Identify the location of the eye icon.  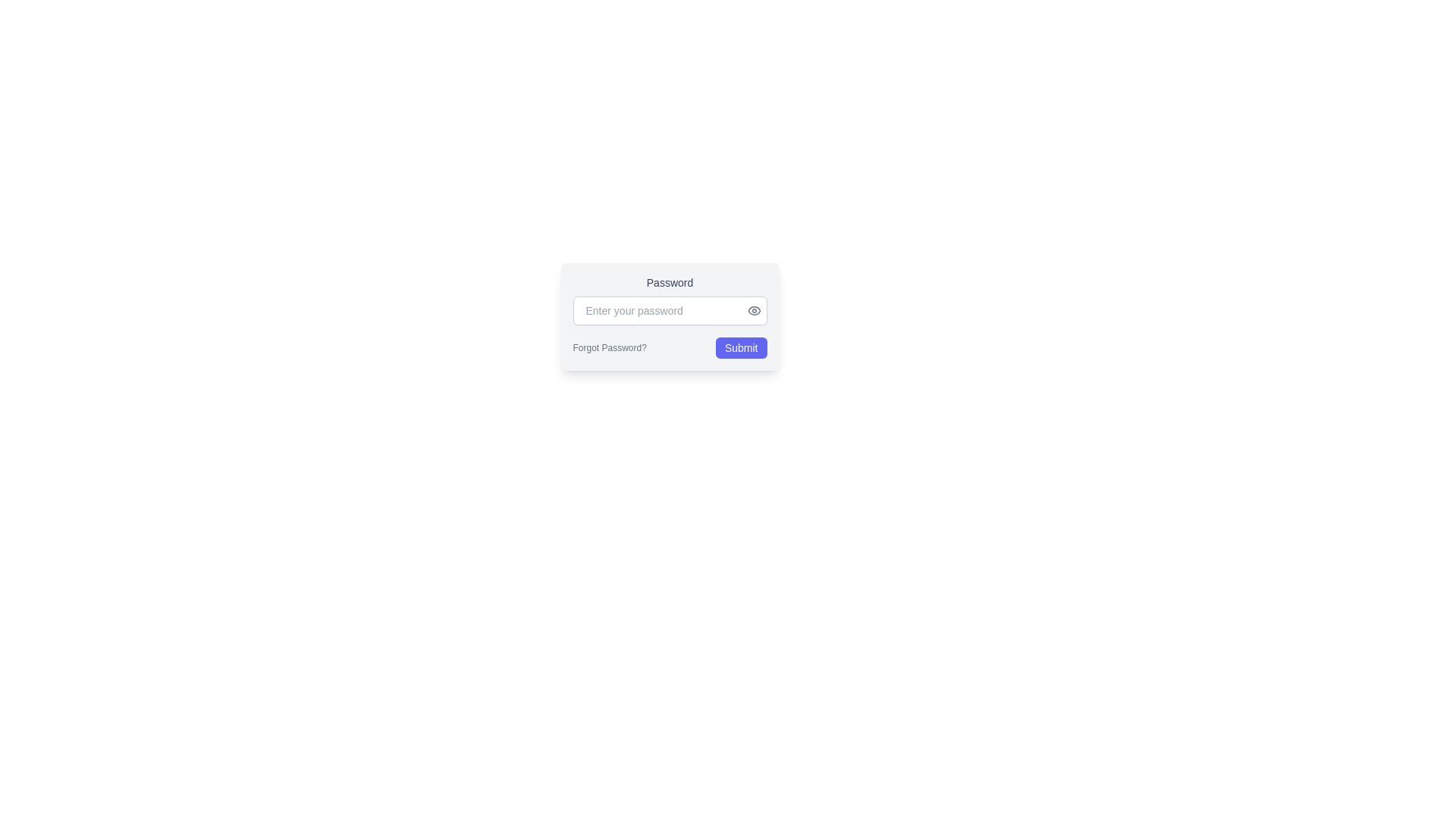
(754, 309).